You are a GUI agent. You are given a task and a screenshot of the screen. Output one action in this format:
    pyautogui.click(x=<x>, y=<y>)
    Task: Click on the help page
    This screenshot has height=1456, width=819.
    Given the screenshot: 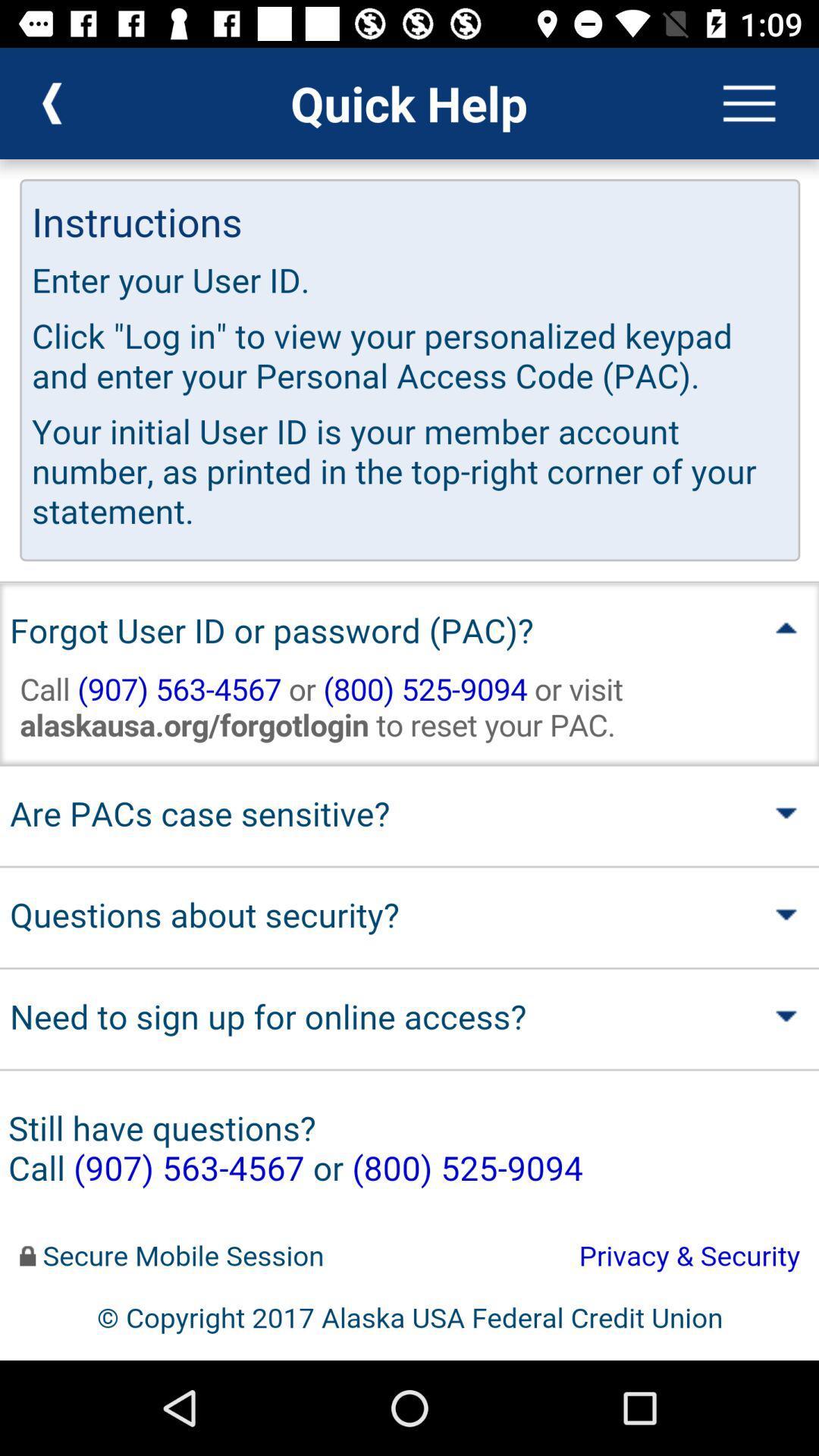 What is the action you would take?
    pyautogui.click(x=409, y=760)
    